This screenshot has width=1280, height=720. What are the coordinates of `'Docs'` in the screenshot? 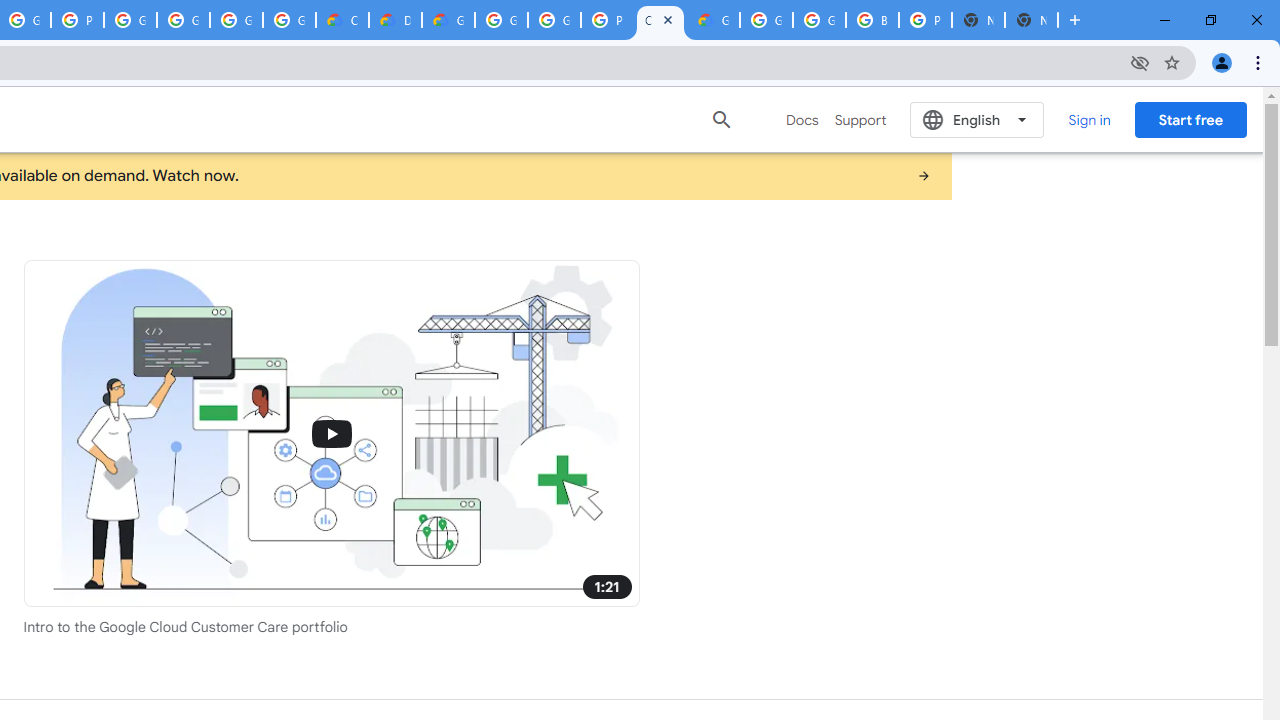 It's located at (802, 119).